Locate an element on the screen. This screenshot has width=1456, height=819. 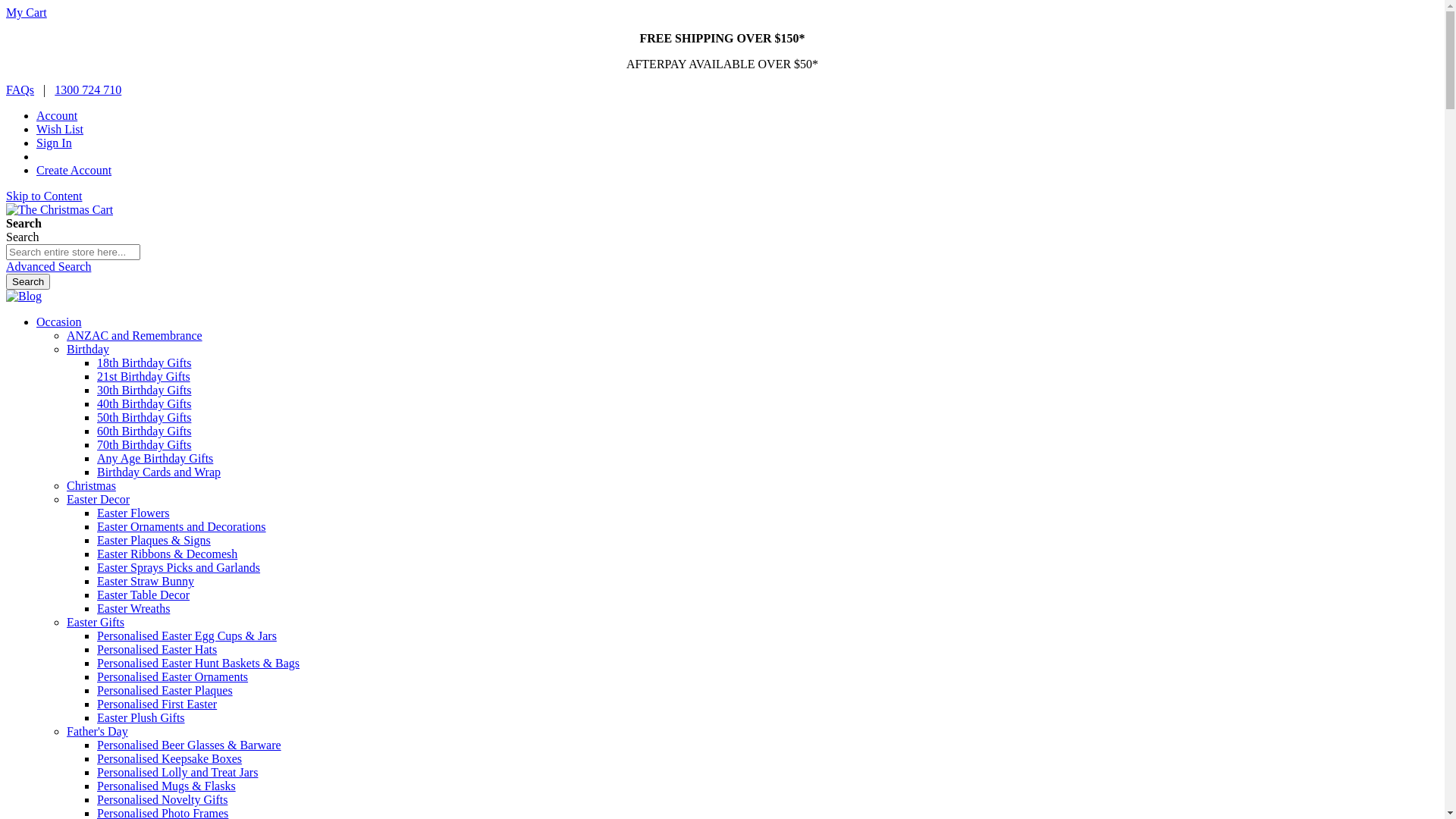
'Personalised Easter Hats' is located at coordinates (156, 648).